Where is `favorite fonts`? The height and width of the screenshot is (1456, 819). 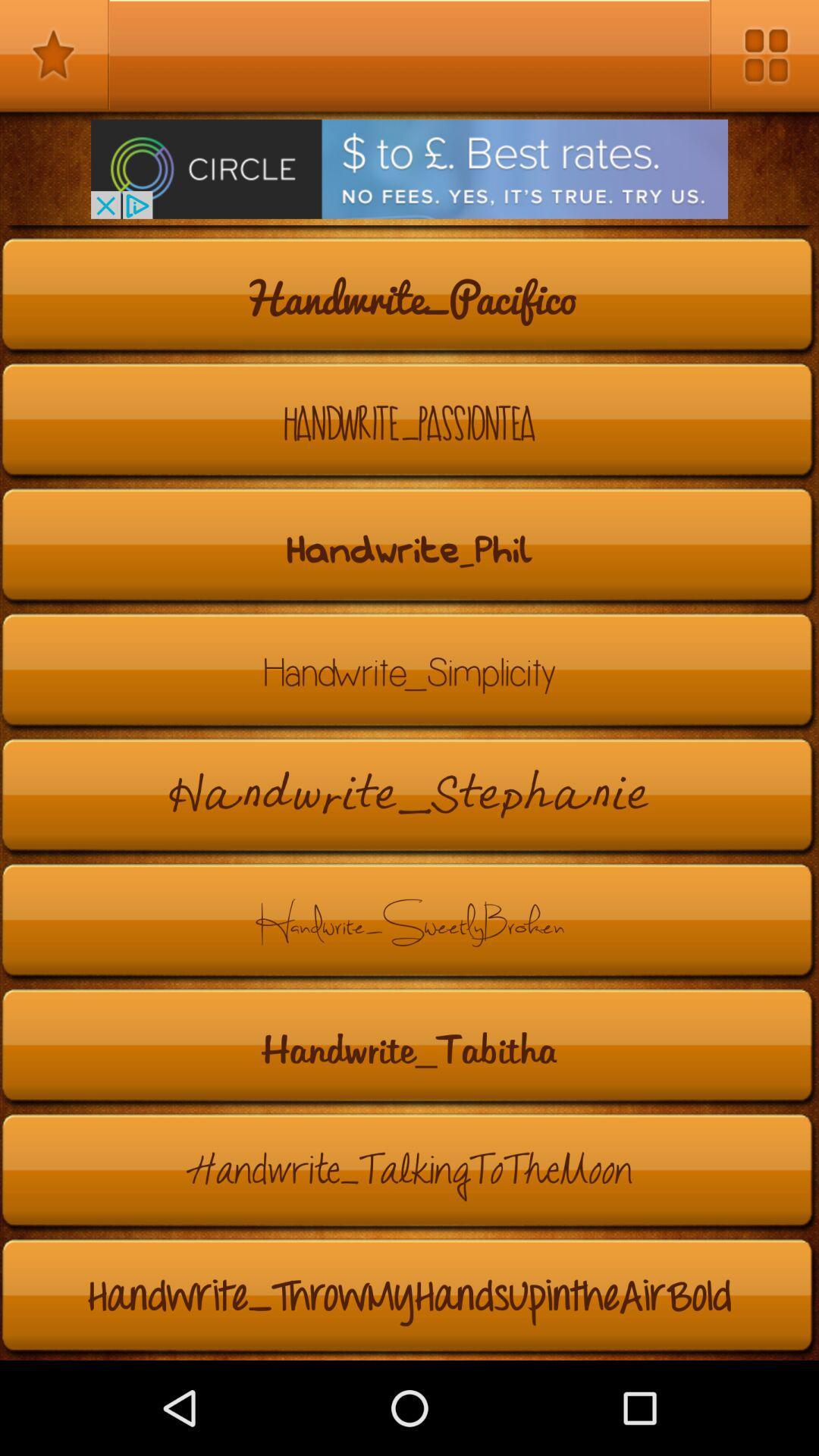
favorite fonts is located at coordinates (54, 55).